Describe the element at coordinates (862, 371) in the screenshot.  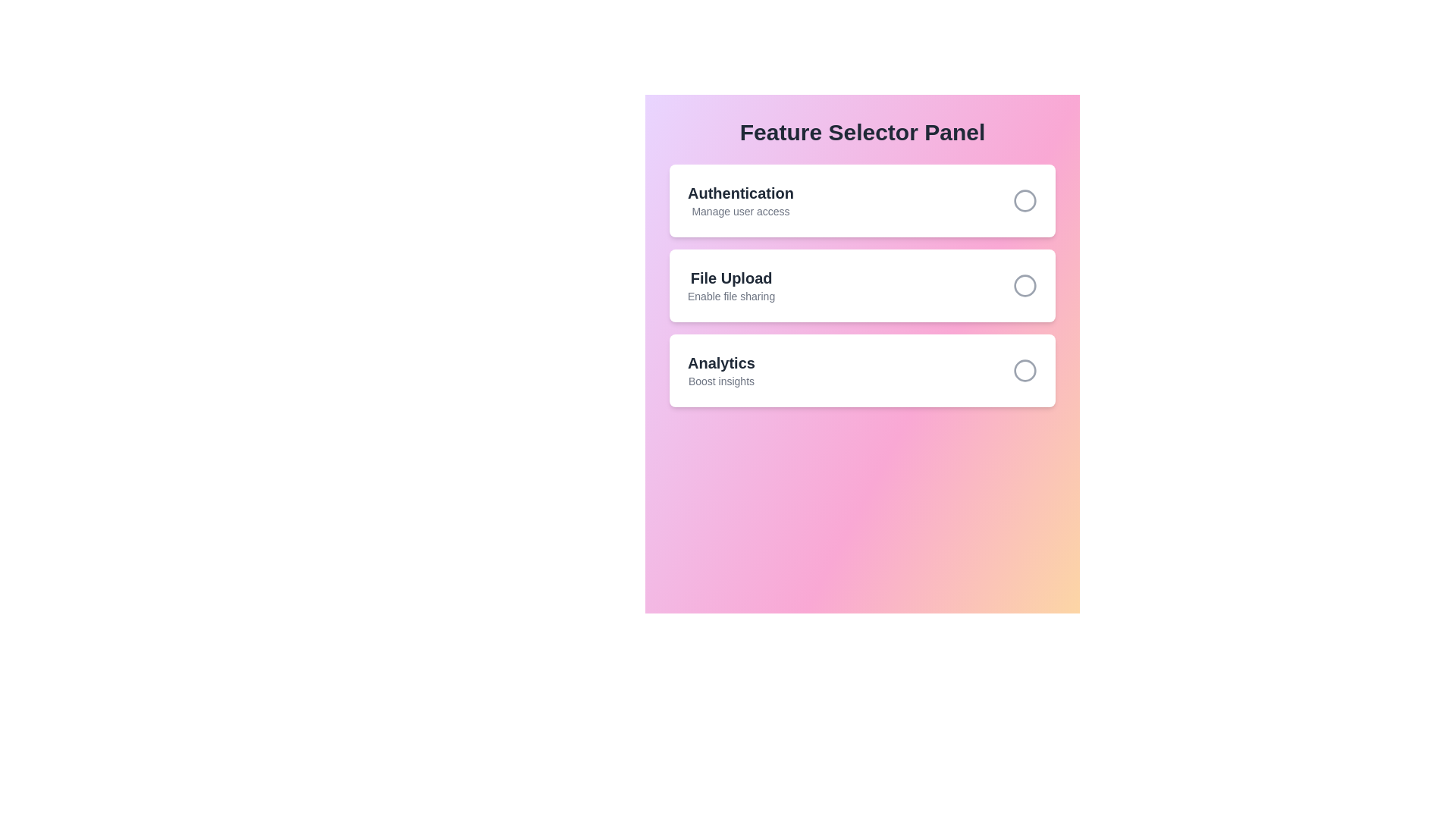
I see `the feature card labeled Analytics` at that location.